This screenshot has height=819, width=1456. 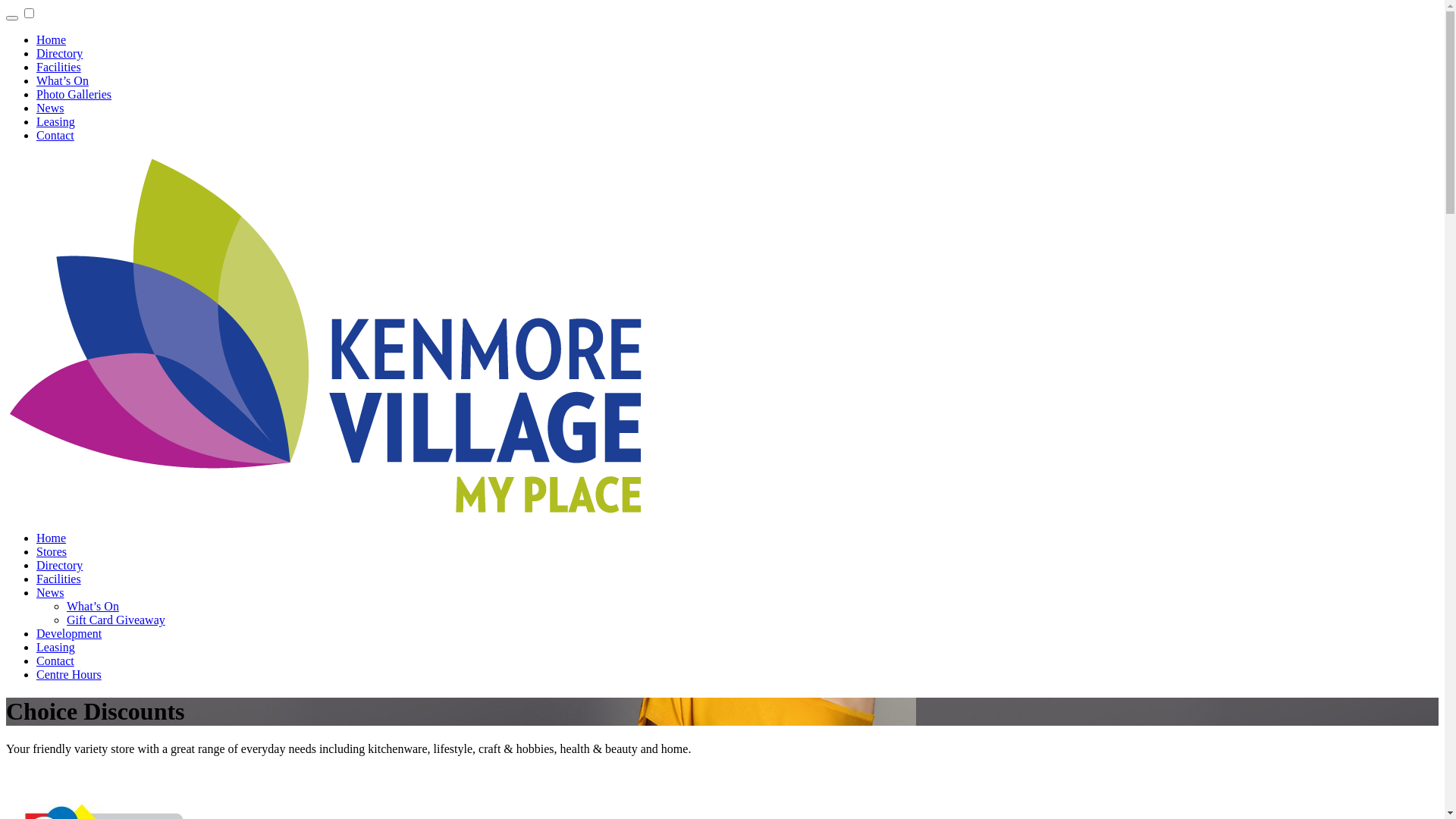 I want to click on 'Stores', so click(x=36, y=551).